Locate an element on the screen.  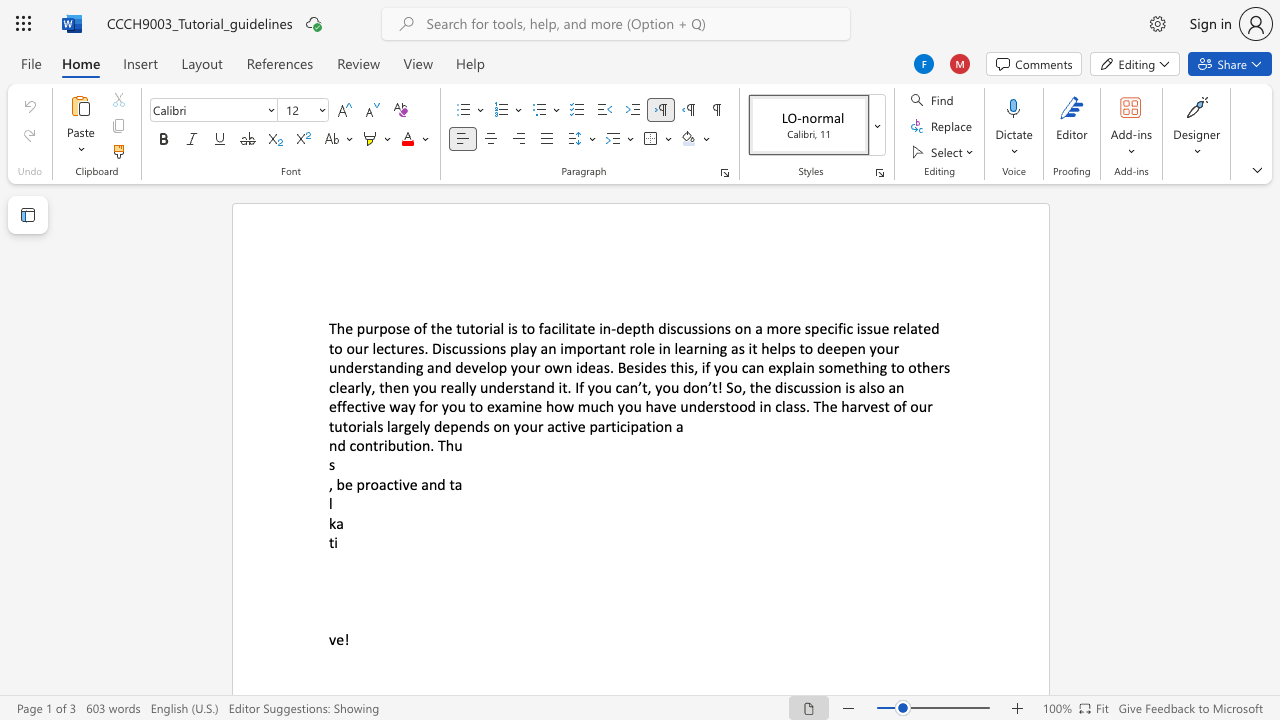
the 1th character "." in the text is located at coordinates (431, 444).